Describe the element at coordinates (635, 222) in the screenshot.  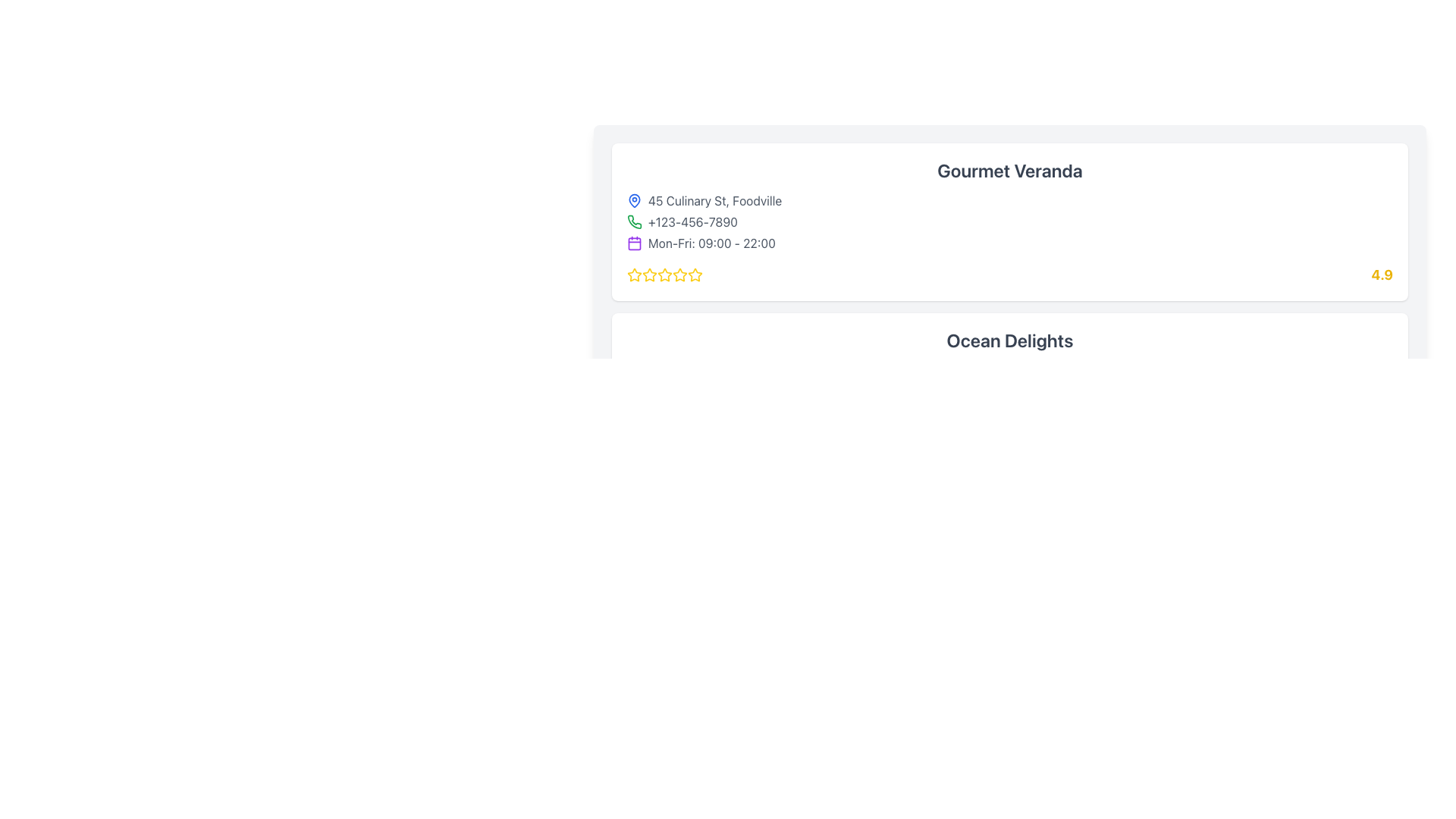
I see `the phone icon representing the calling feature, which is styled with green outlines and is located next to the phone number '+123-456-7890' below the address '45 Culinary St, Foodville'` at that location.